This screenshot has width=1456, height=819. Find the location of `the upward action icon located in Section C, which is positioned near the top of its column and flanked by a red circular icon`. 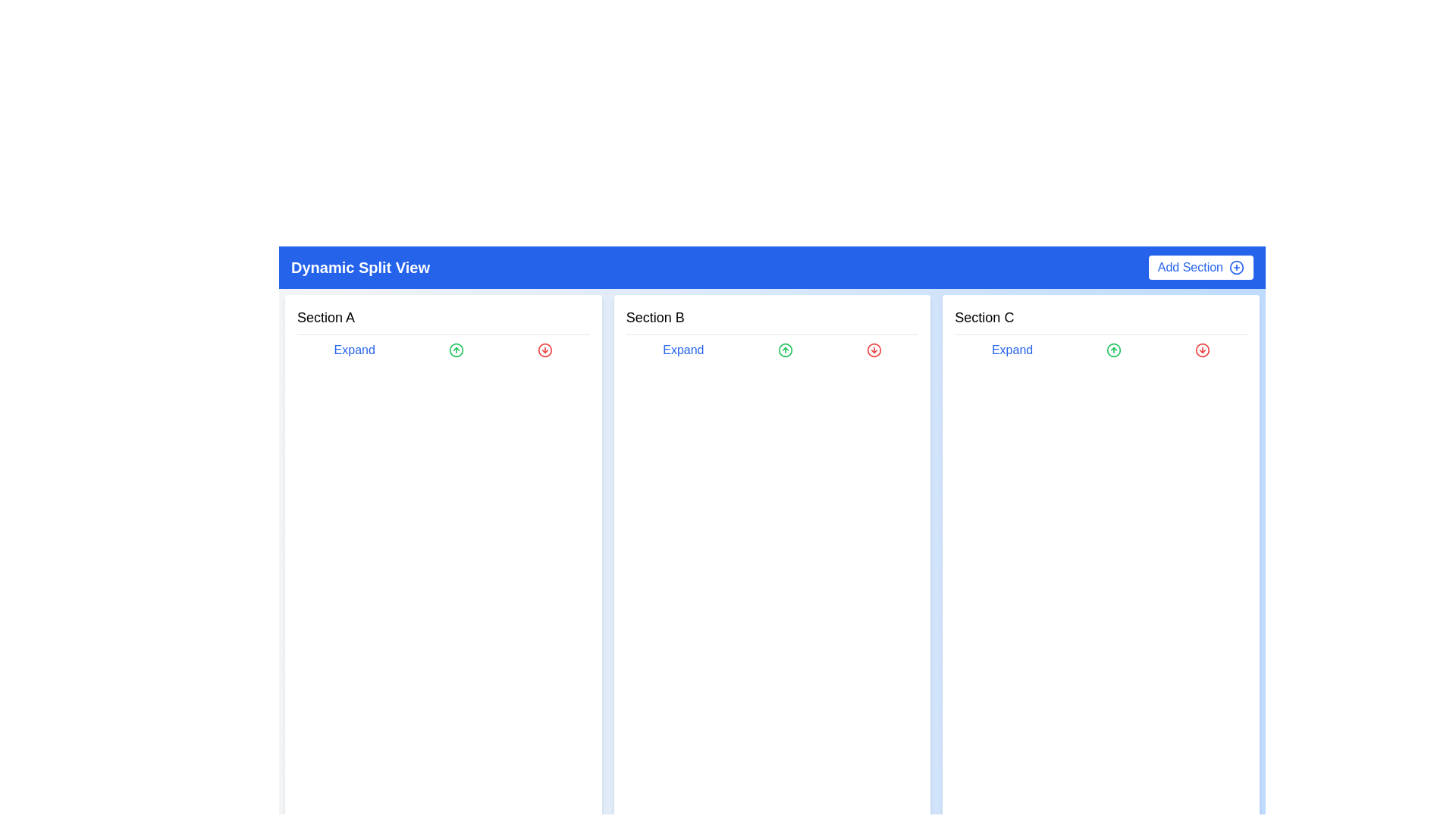

the upward action icon located in Section C, which is positioned near the top of its column and flanked by a red circular icon is located at coordinates (1114, 350).